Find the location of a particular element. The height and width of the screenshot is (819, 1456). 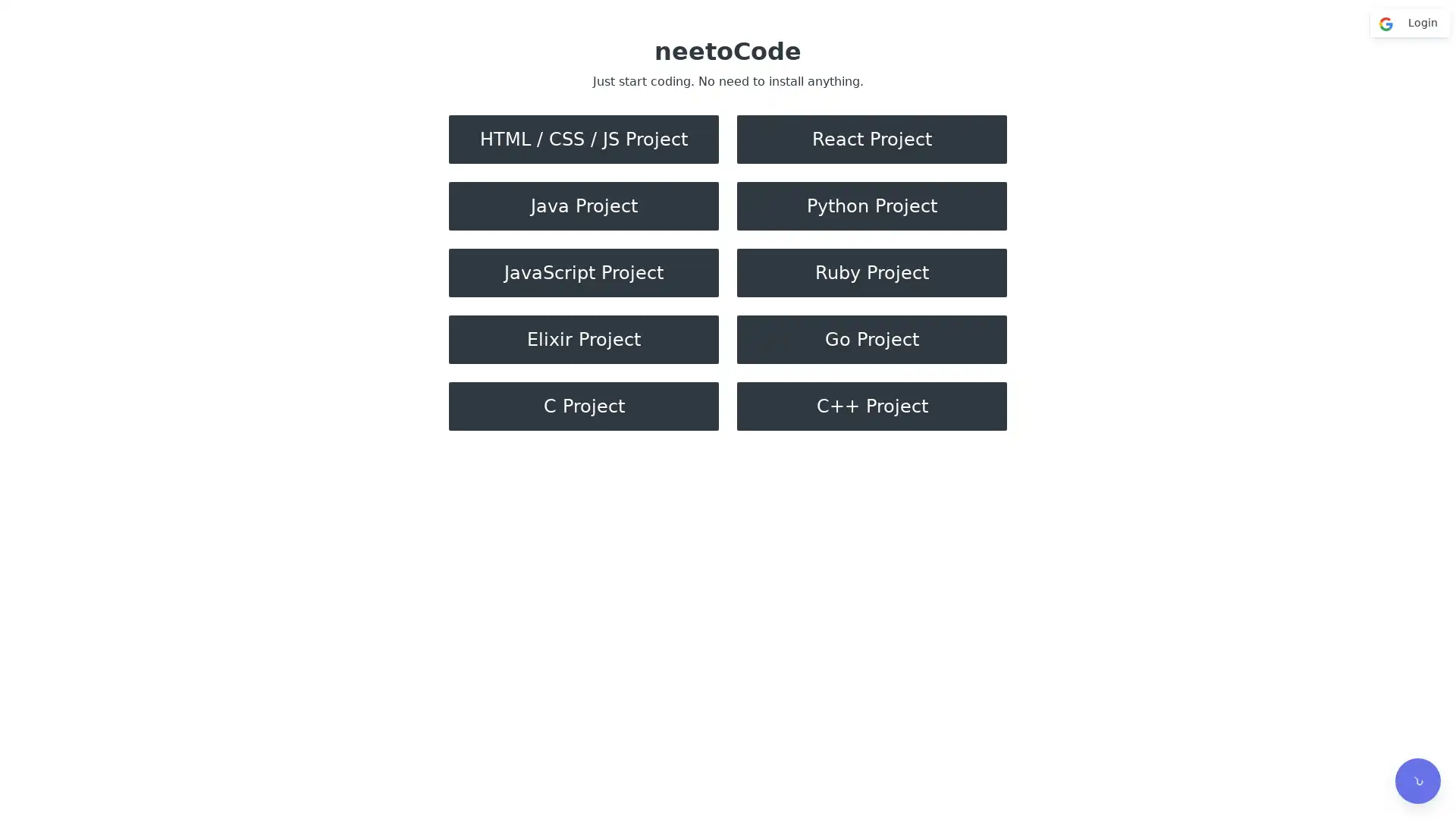

Go Project is located at coordinates (872, 338).